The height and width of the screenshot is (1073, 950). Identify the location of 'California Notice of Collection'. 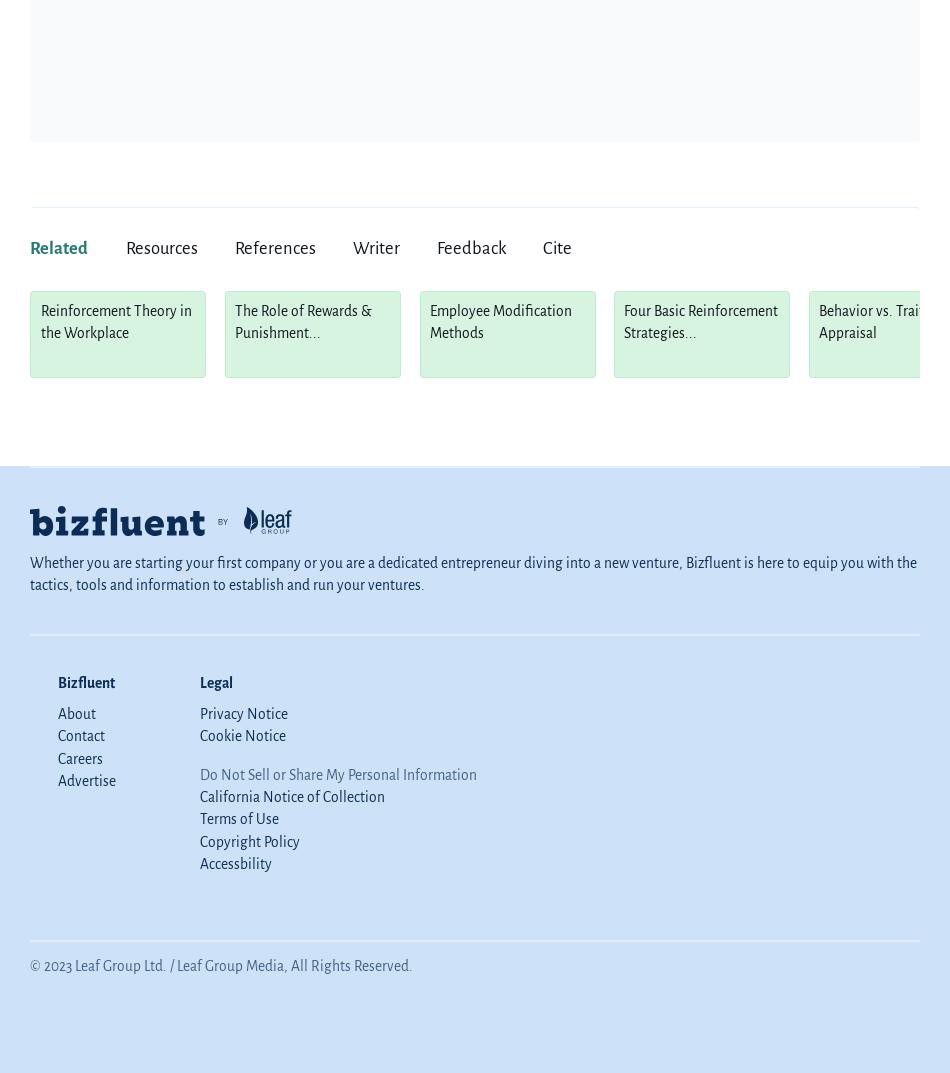
(290, 796).